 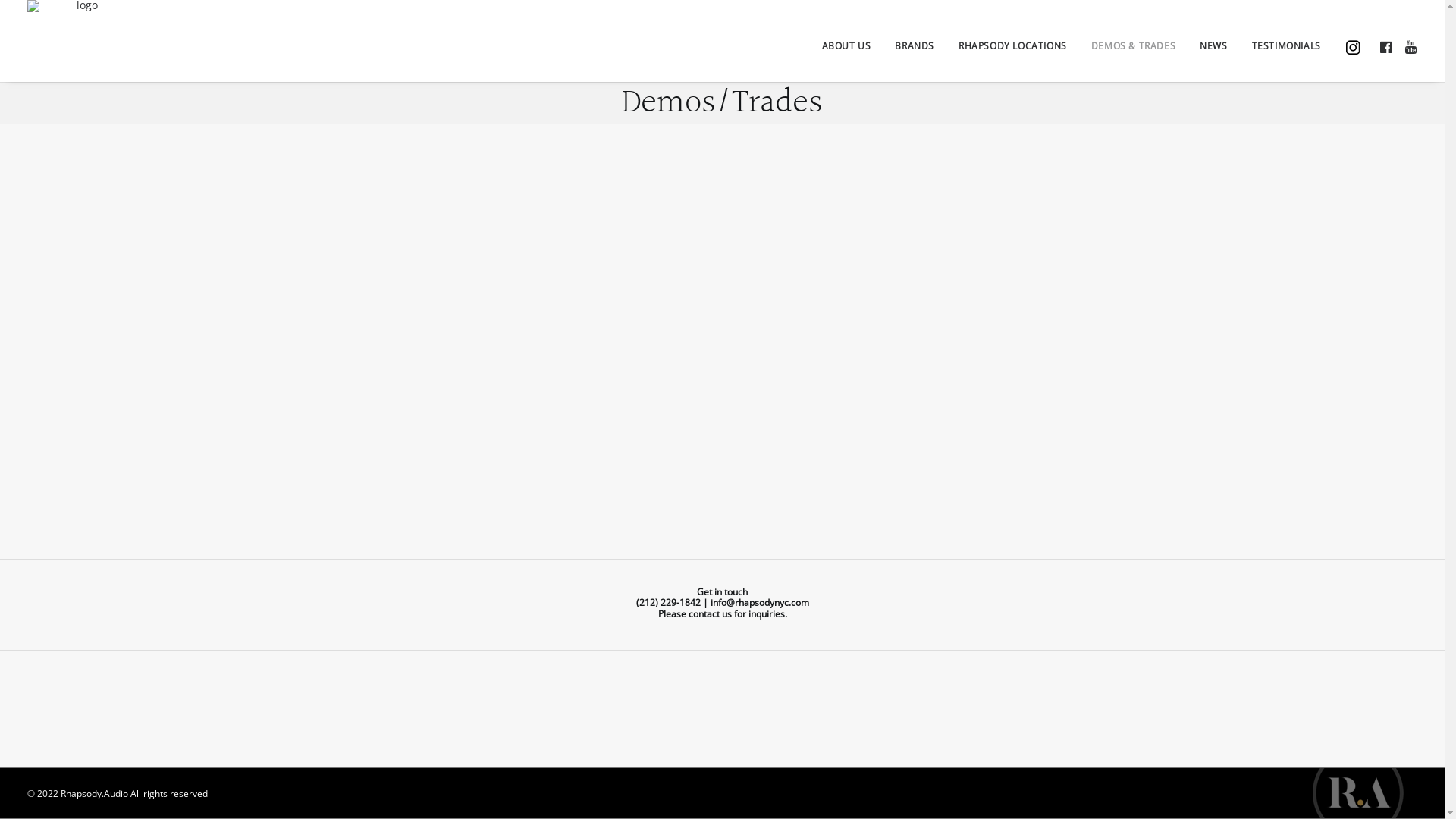 What do you see at coordinates (1285, 43) in the screenshot?
I see `'TESTIMONIALS'` at bounding box center [1285, 43].